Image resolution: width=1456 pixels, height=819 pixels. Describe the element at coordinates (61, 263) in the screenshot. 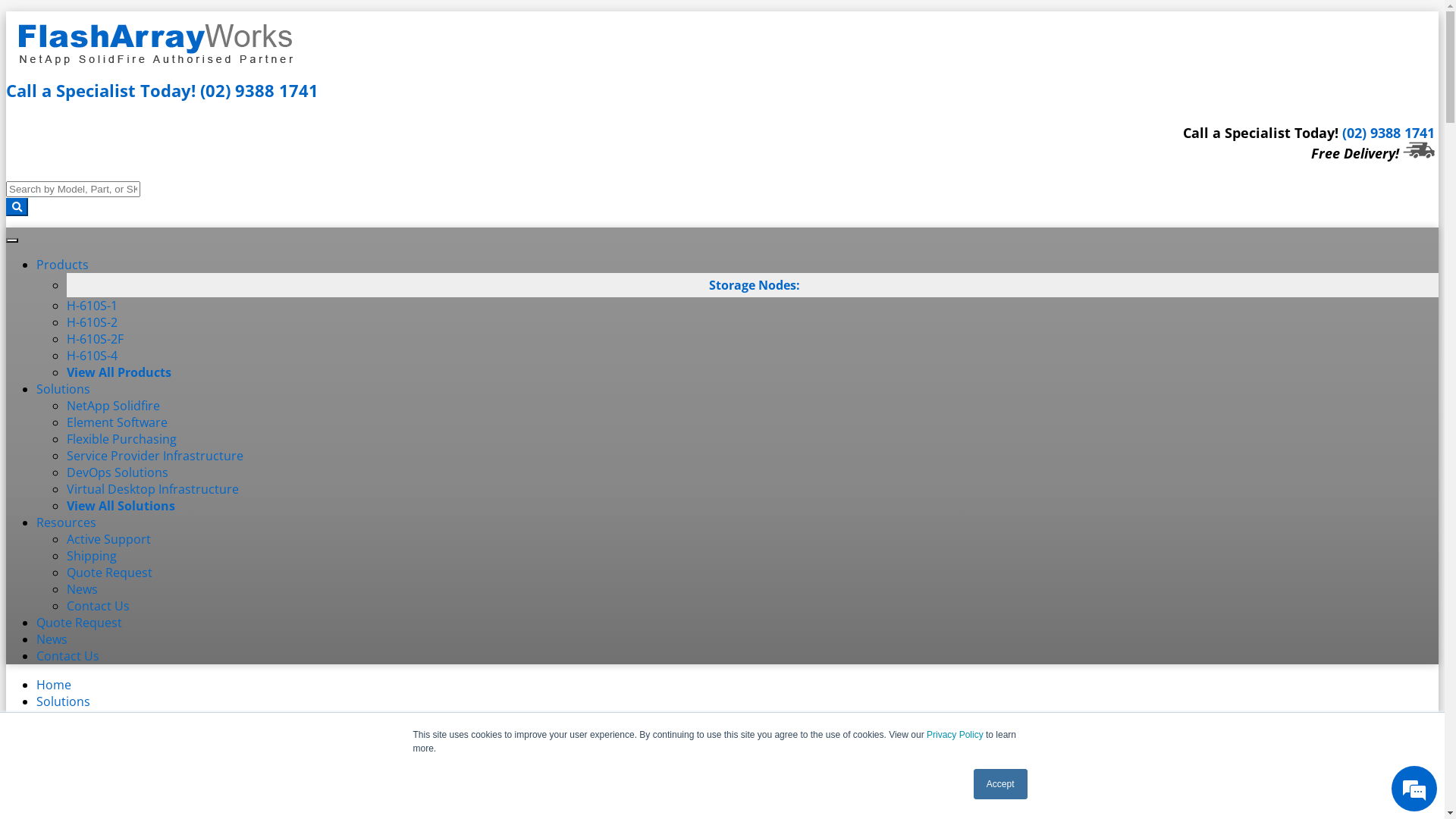

I see `'Products'` at that location.